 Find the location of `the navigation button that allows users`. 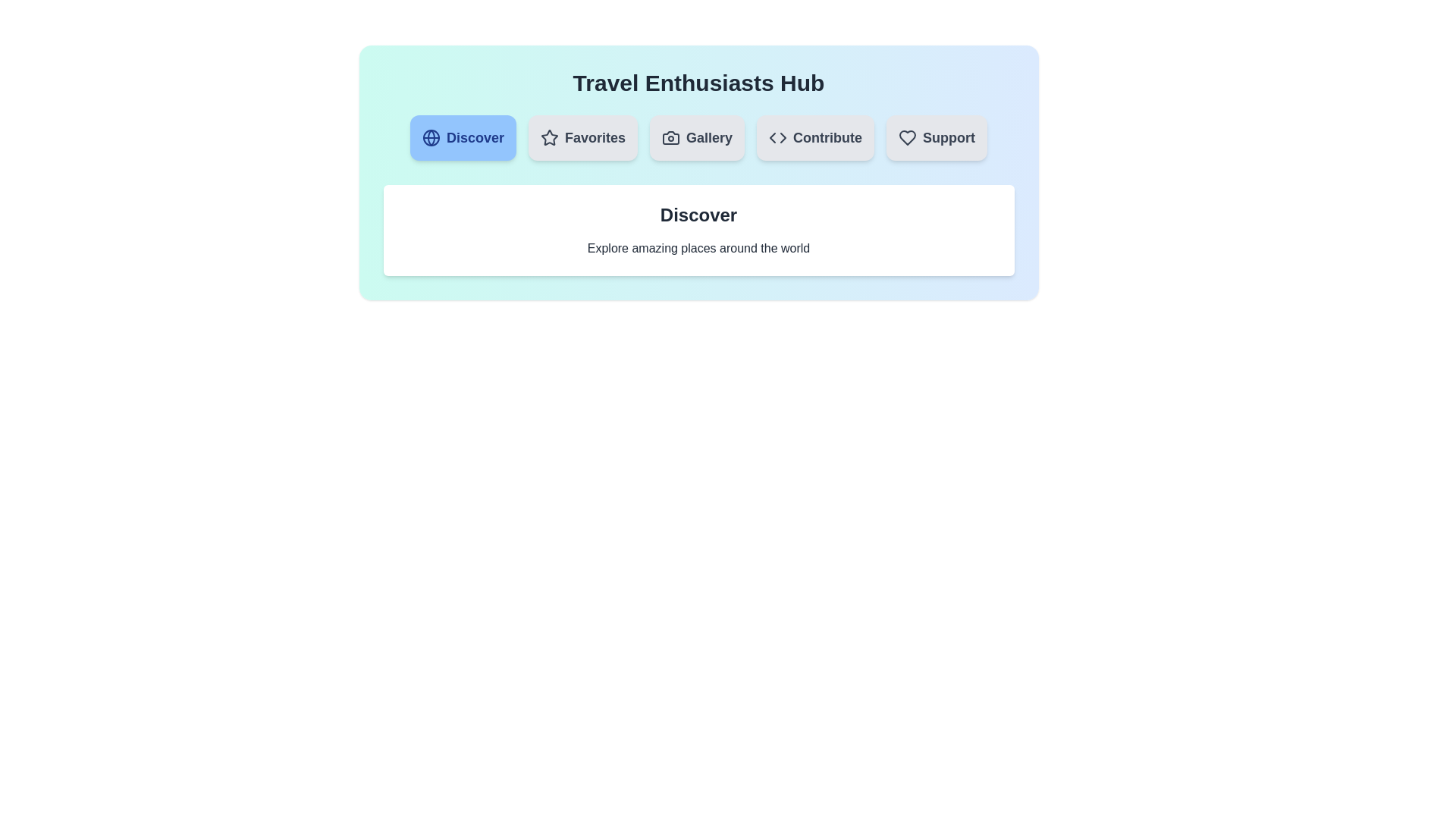

the navigation button that allows users is located at coordinates (582, 137).